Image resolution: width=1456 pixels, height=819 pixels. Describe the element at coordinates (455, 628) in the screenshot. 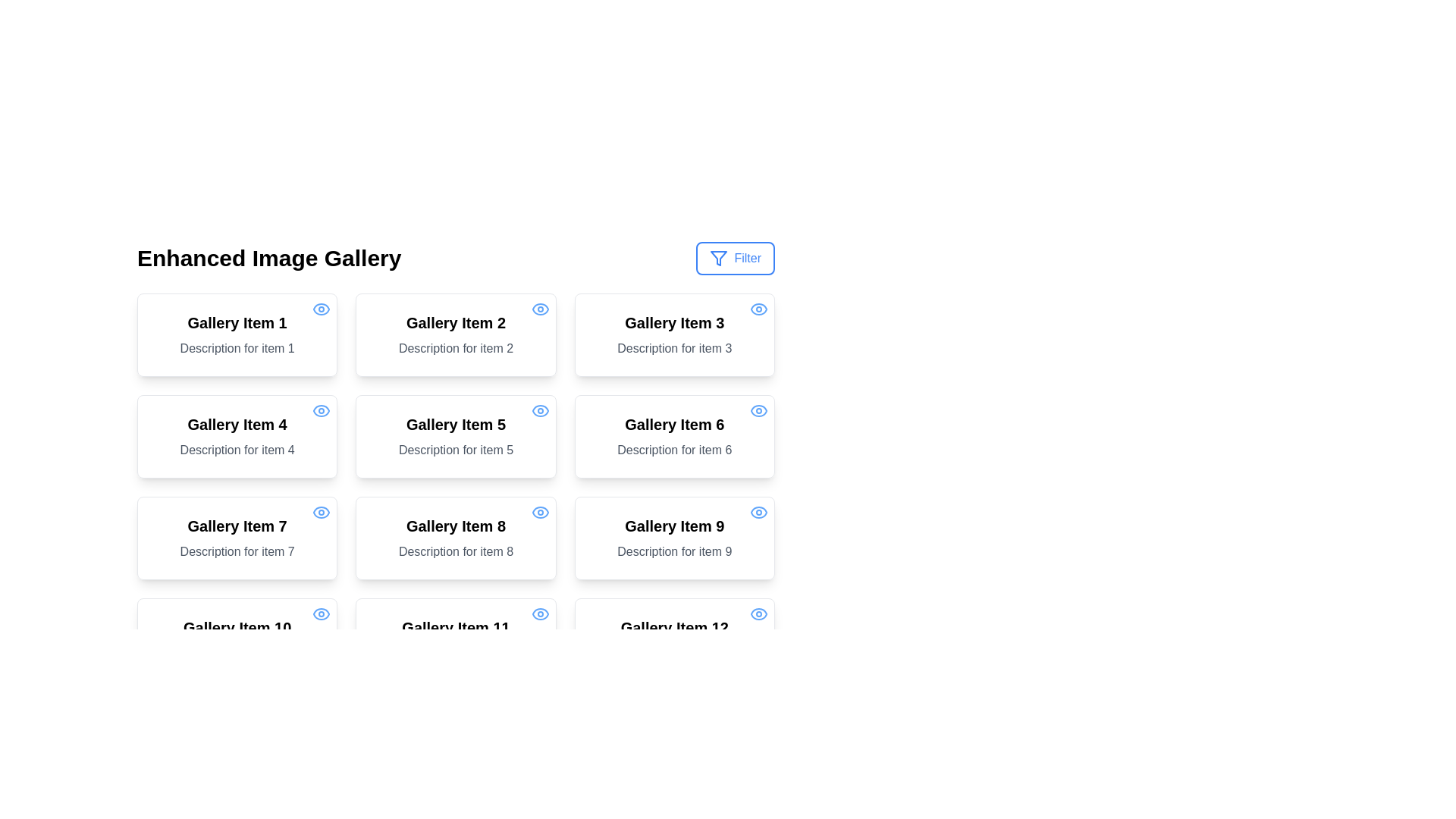

I see `the text label that reads 'Gallery Item 11', which is bold, black, and centered in the bottom row of the layout` at that location.